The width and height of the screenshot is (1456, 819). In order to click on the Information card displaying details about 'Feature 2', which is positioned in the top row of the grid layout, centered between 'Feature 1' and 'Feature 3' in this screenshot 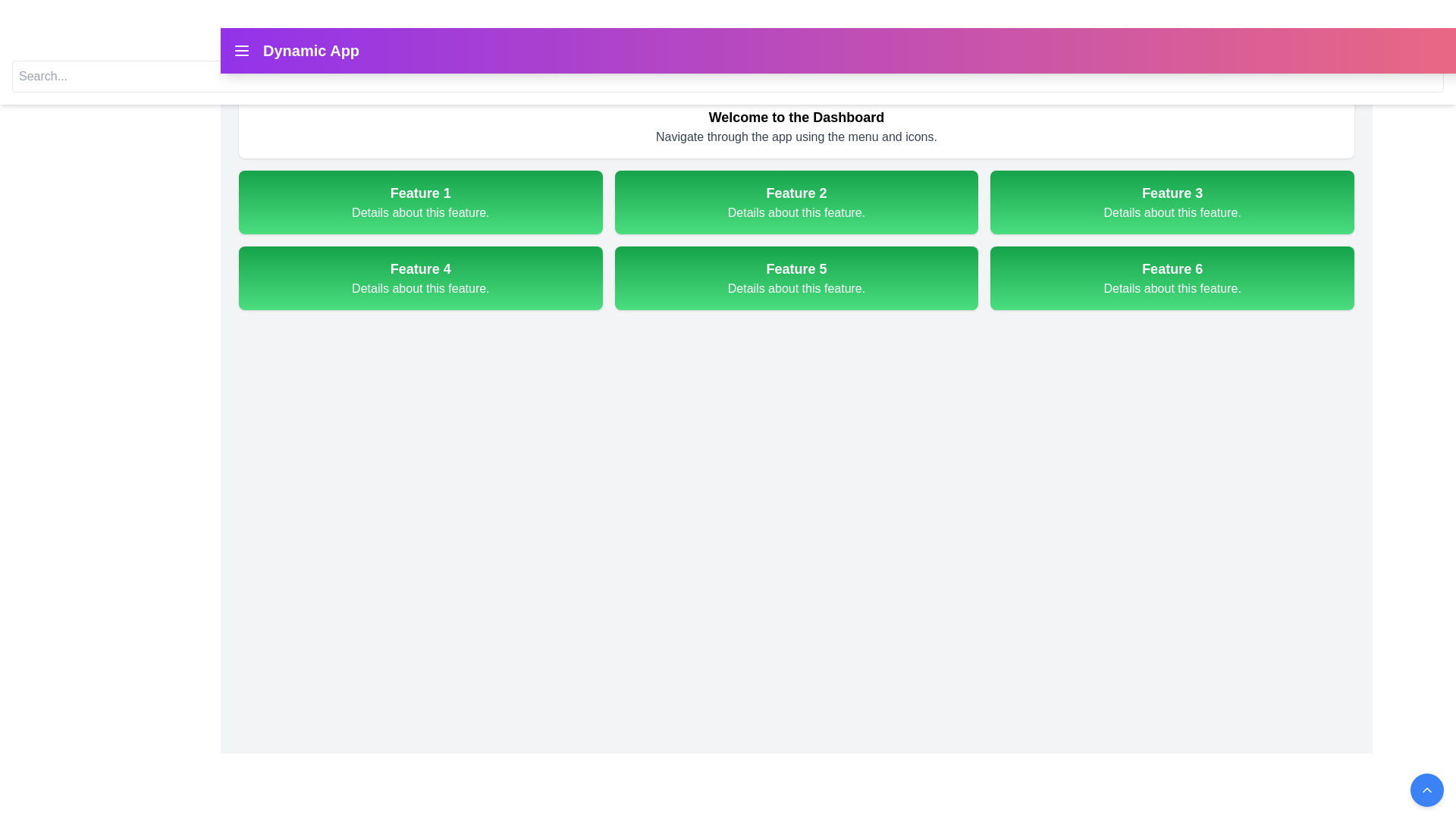, I will do `click(795, 201)`.